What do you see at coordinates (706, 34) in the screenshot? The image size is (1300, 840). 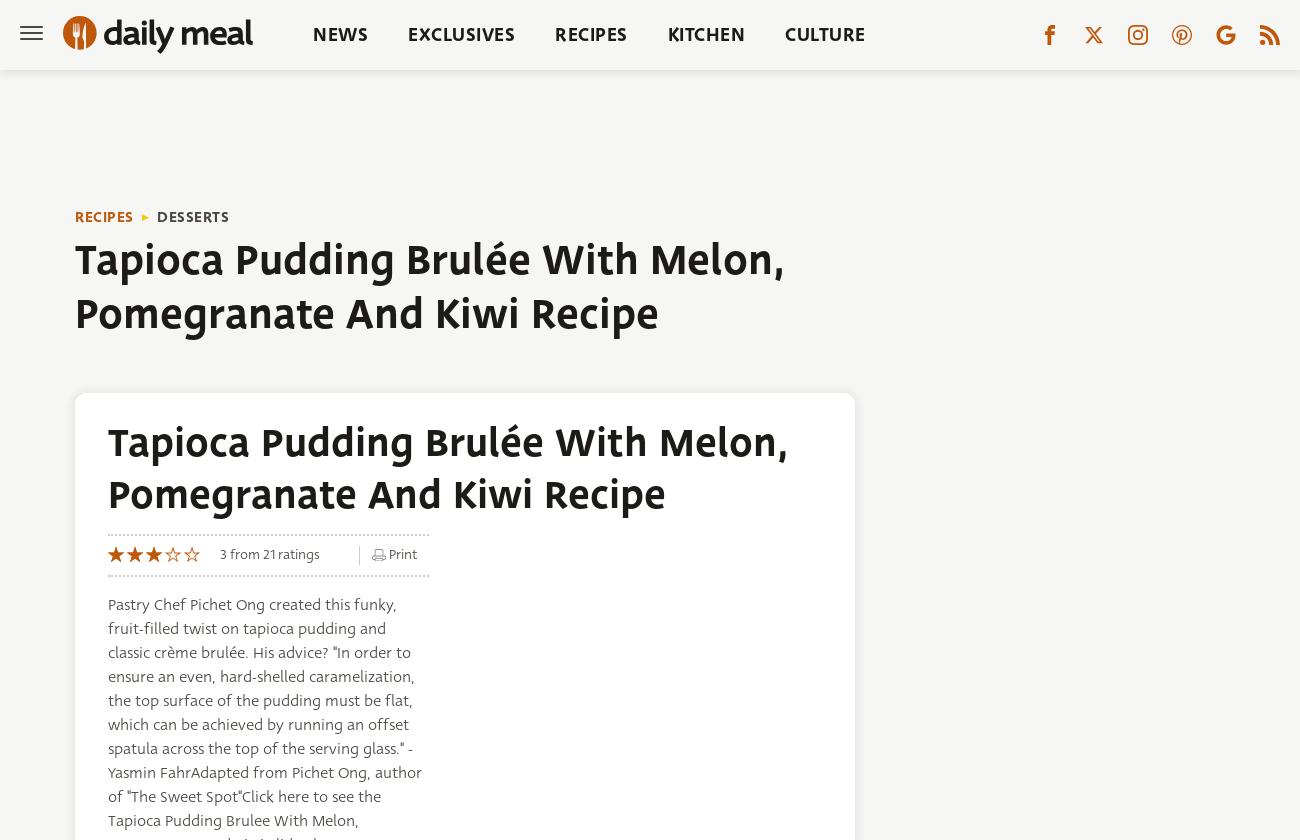 I see `'Kitchen'` at bounding box center [706, 34].